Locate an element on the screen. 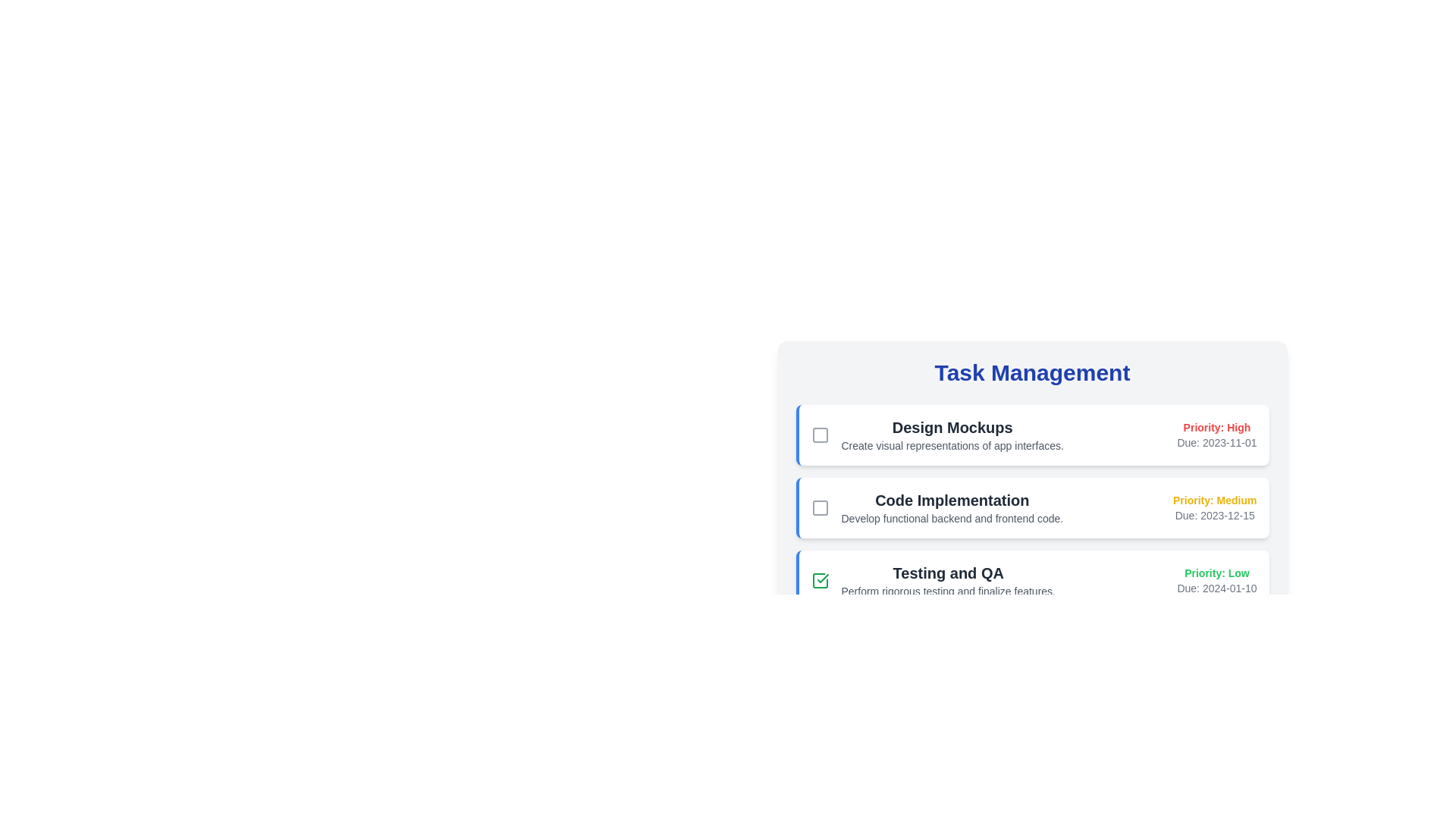 Image resolution: width=1456 pixels, height=819 pixels. the descriptive label for the task in the 'Task Management' interface, which is the last item in a vertical list and provides details about the task is located at coordinates (947, 580).